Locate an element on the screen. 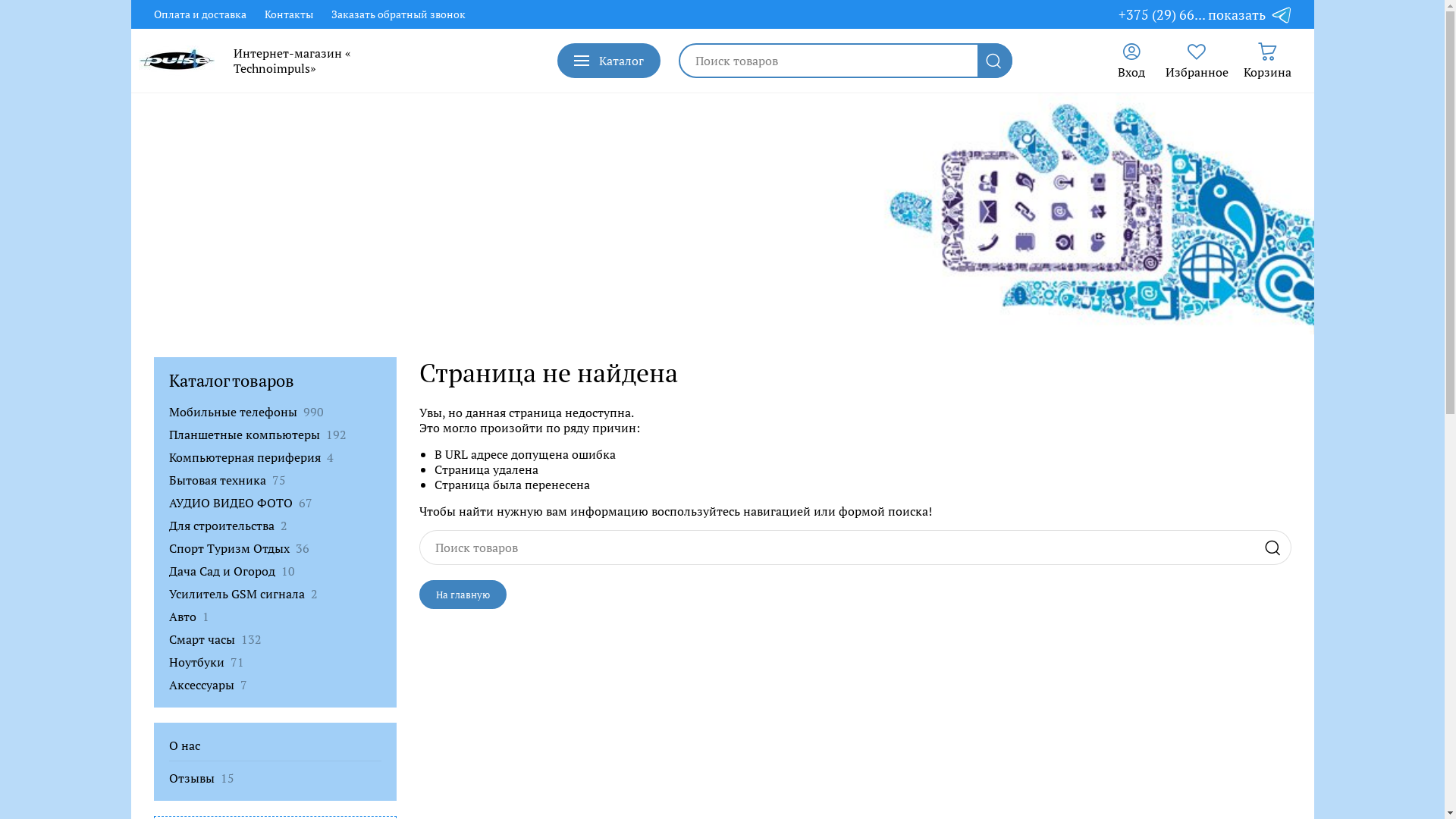 The image size is (1456, 819). 'Telegram' is located at coordinates (1272, 14).